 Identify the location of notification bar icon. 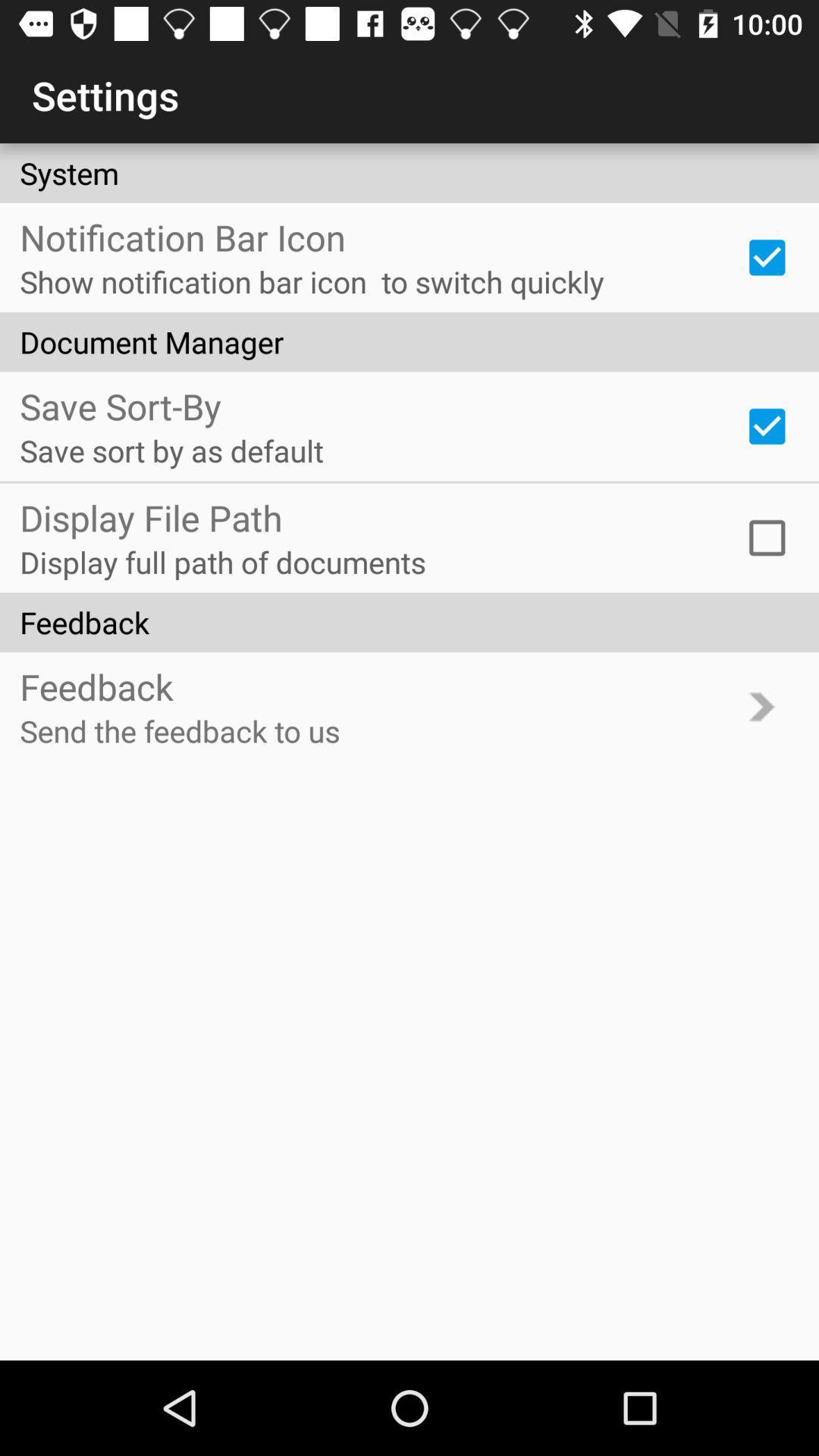
(767, 257).